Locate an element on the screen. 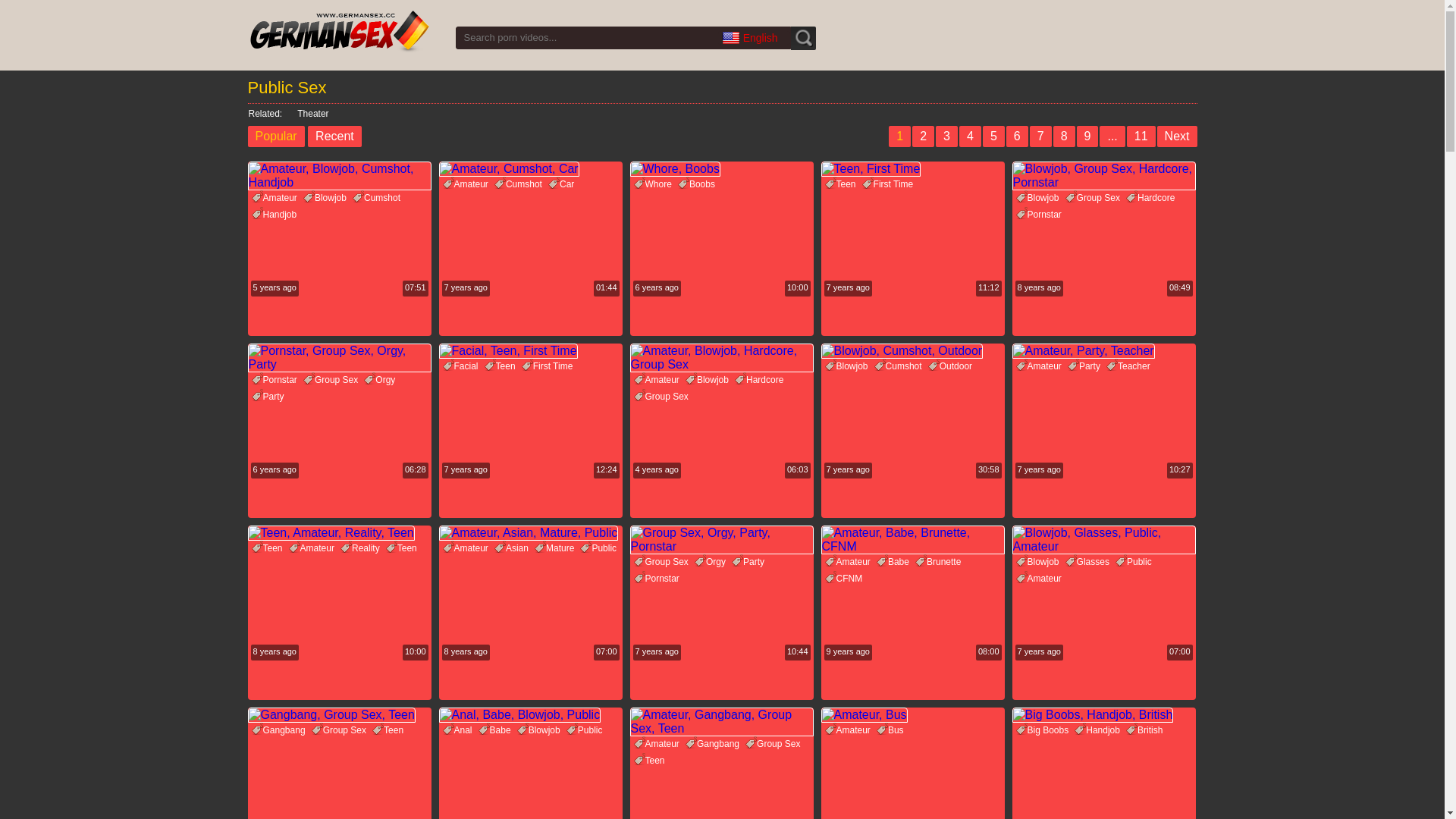  'Recent' is located at coordinates (334, 136).